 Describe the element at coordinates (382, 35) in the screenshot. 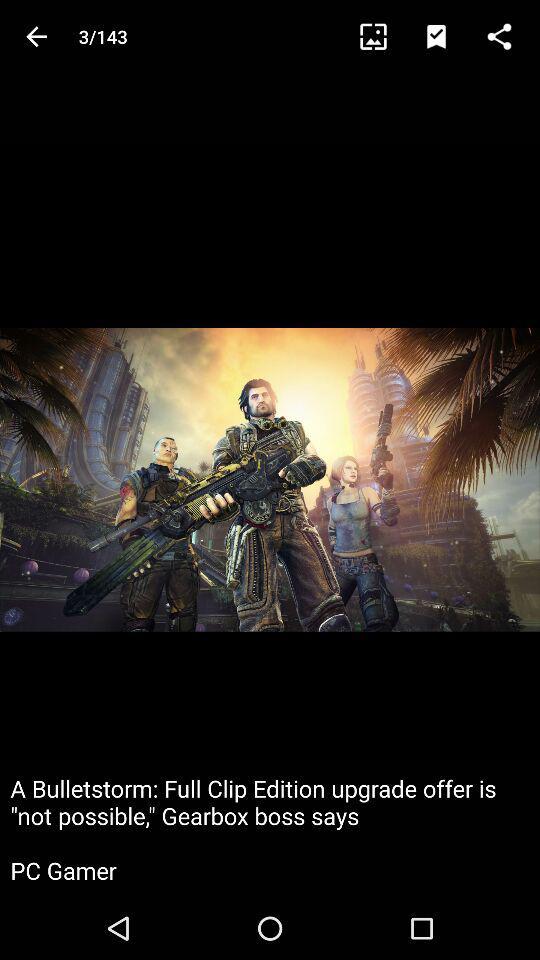

I see `crop image` at that location.